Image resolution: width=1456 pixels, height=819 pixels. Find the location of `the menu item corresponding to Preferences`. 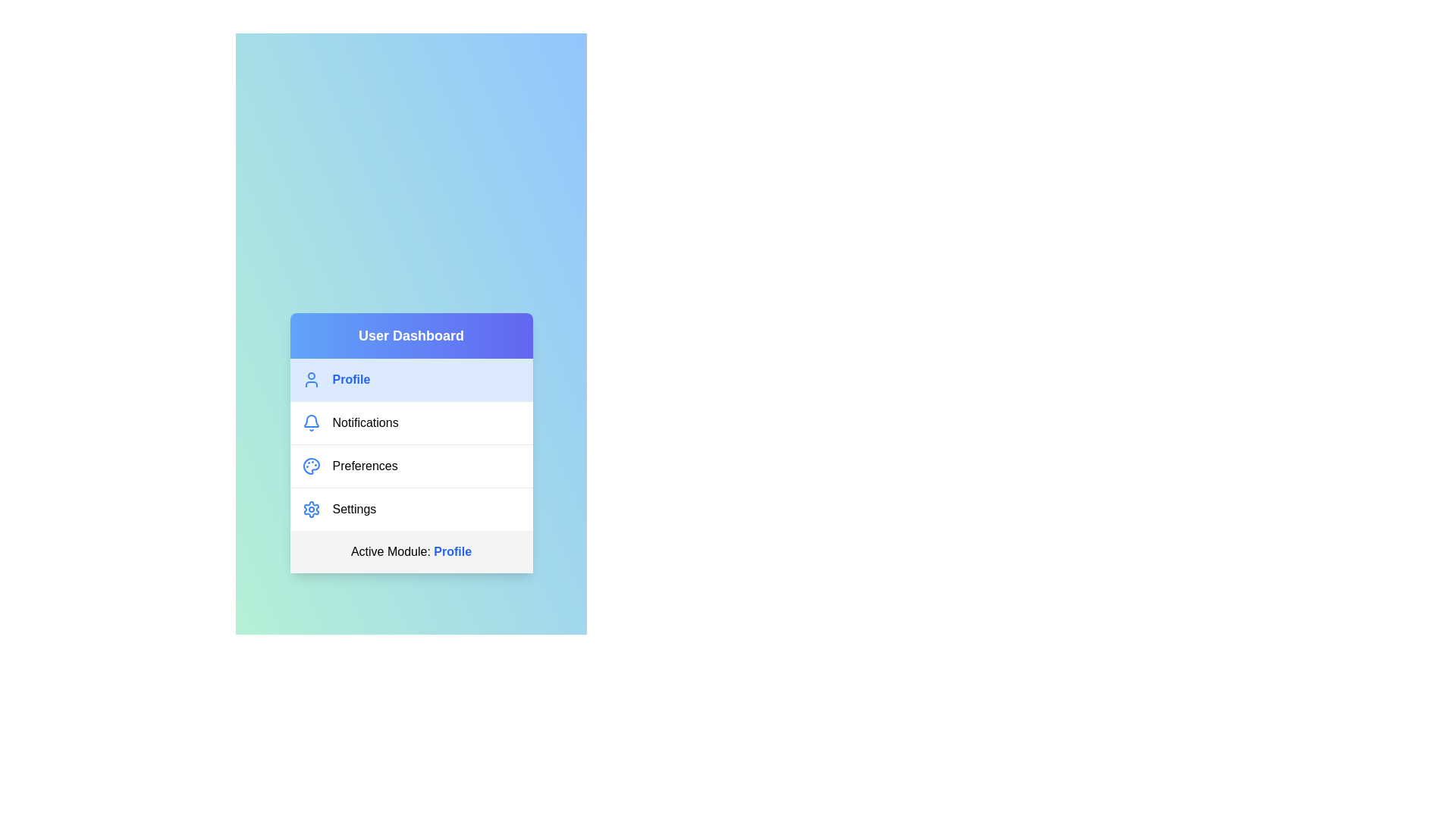

the menu item corresponding to Preferences is located at coordinates (411, 464).